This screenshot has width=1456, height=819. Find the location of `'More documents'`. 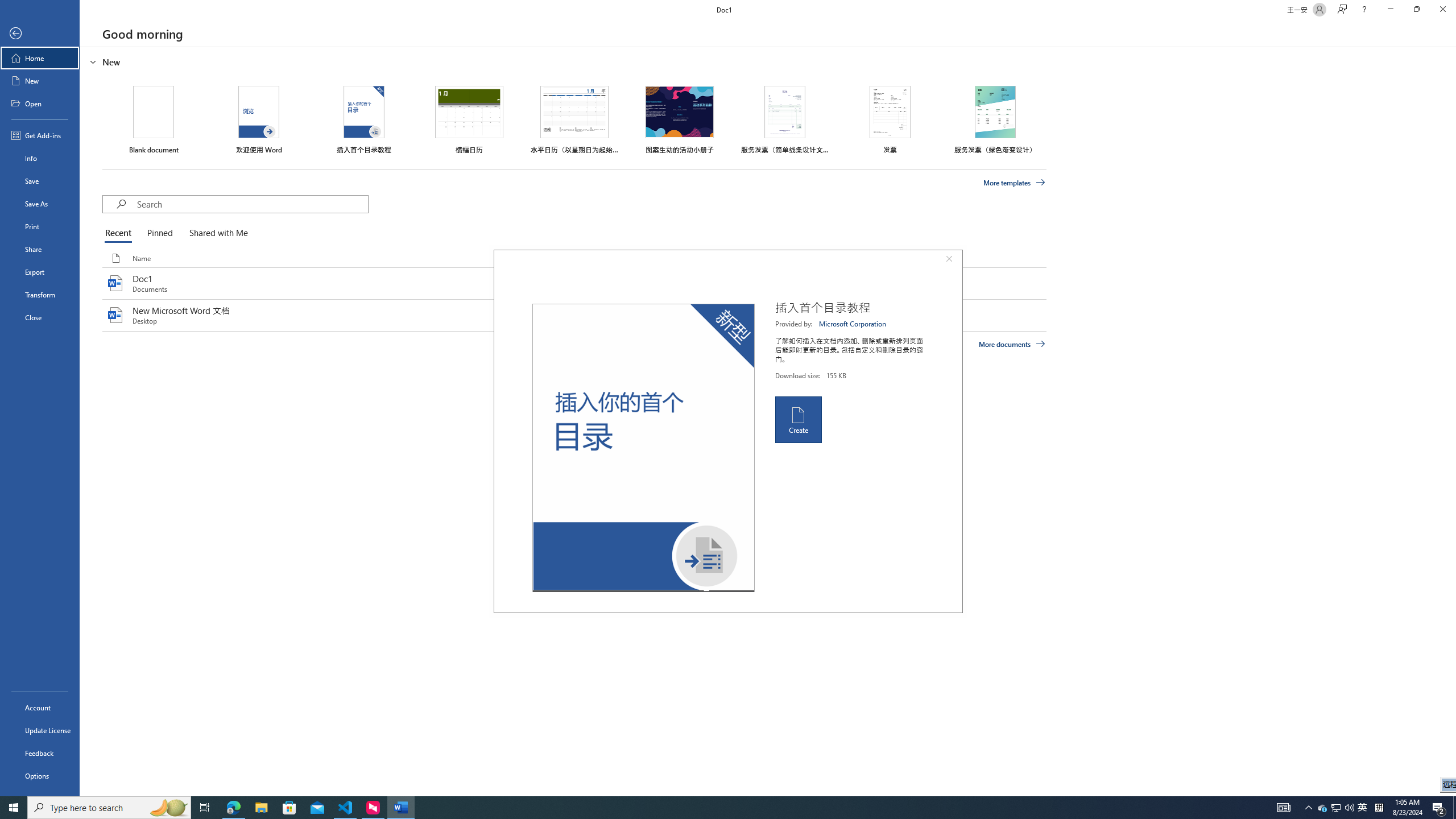

'More documents' is located at coordinates (1011, 344).